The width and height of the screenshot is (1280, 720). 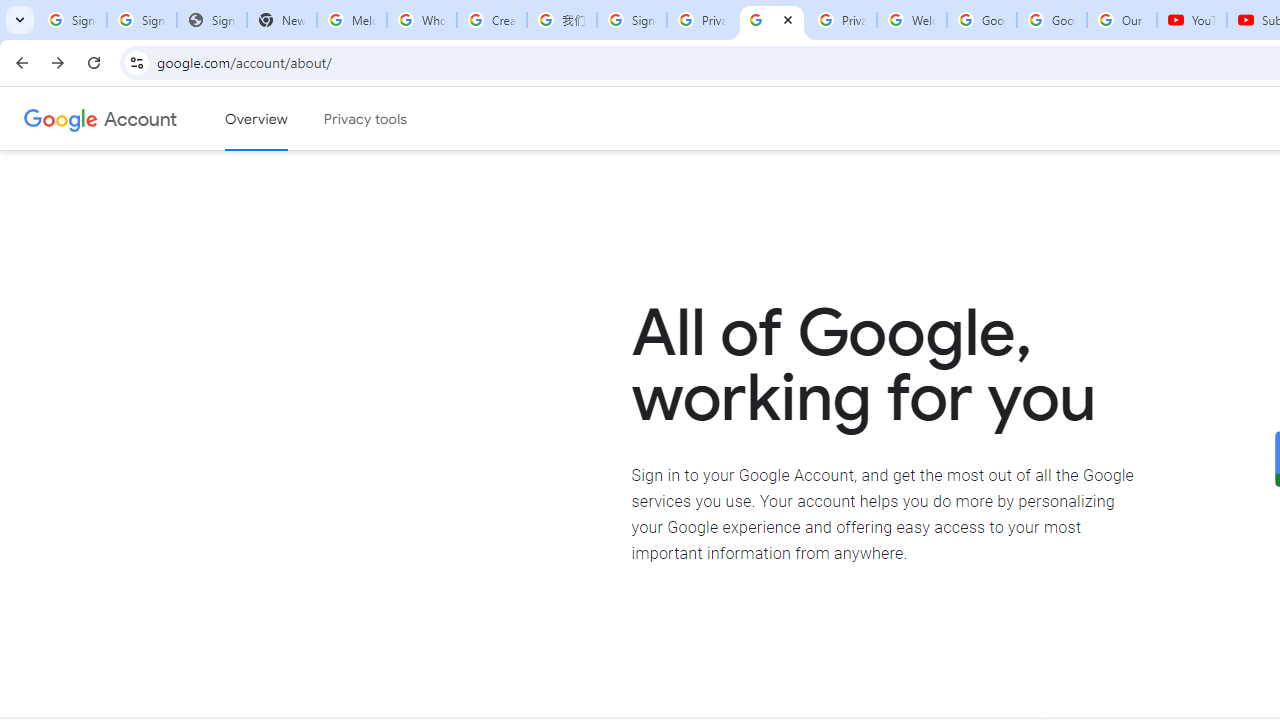 What do you see at coordinates (492, 20) in the screenshot?
I see `'Create your Google Account'` at bounding box center [492, 20].